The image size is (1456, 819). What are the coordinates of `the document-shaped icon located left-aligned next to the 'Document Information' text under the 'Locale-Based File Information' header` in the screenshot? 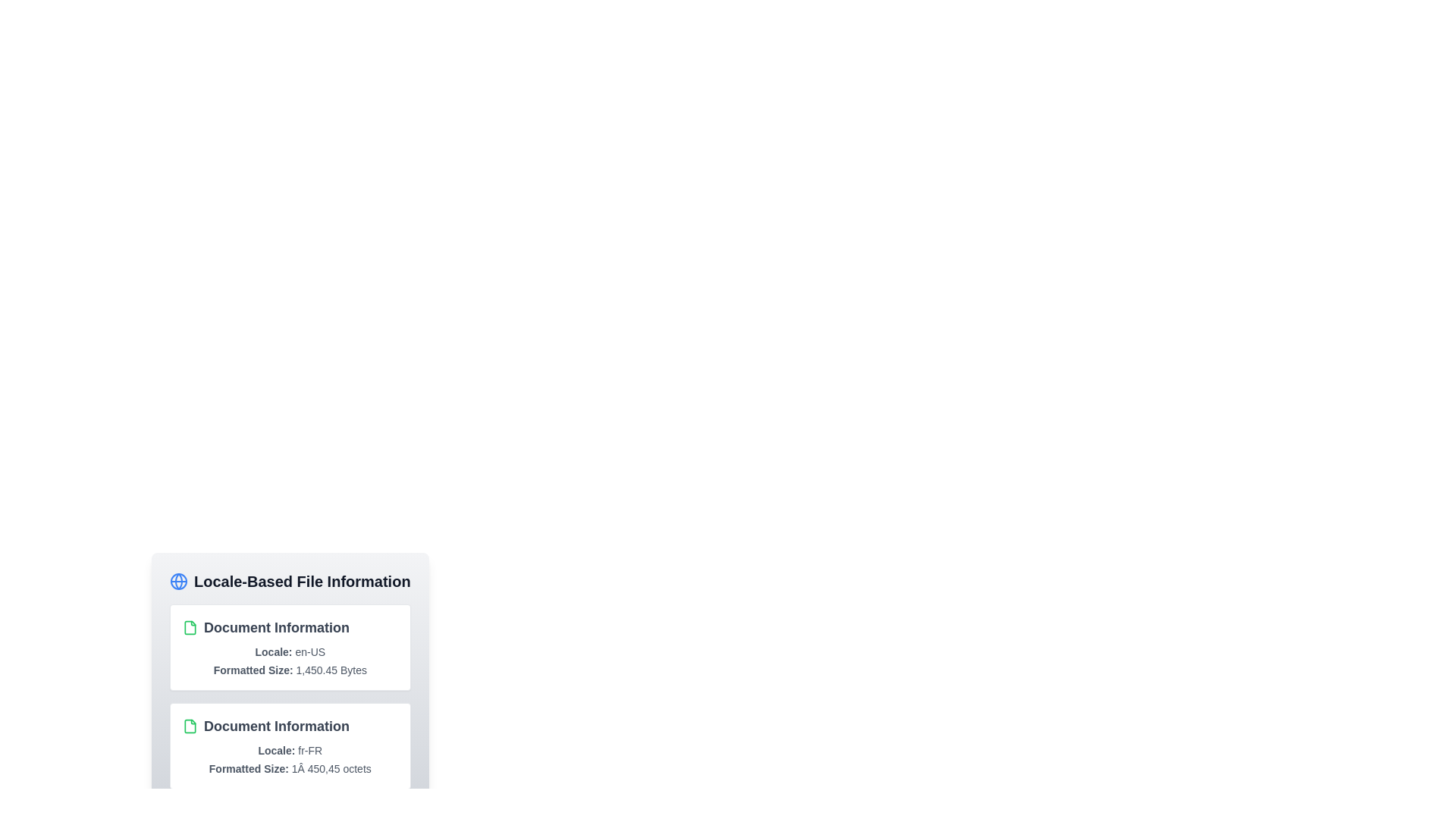 It's located at (189, 628).